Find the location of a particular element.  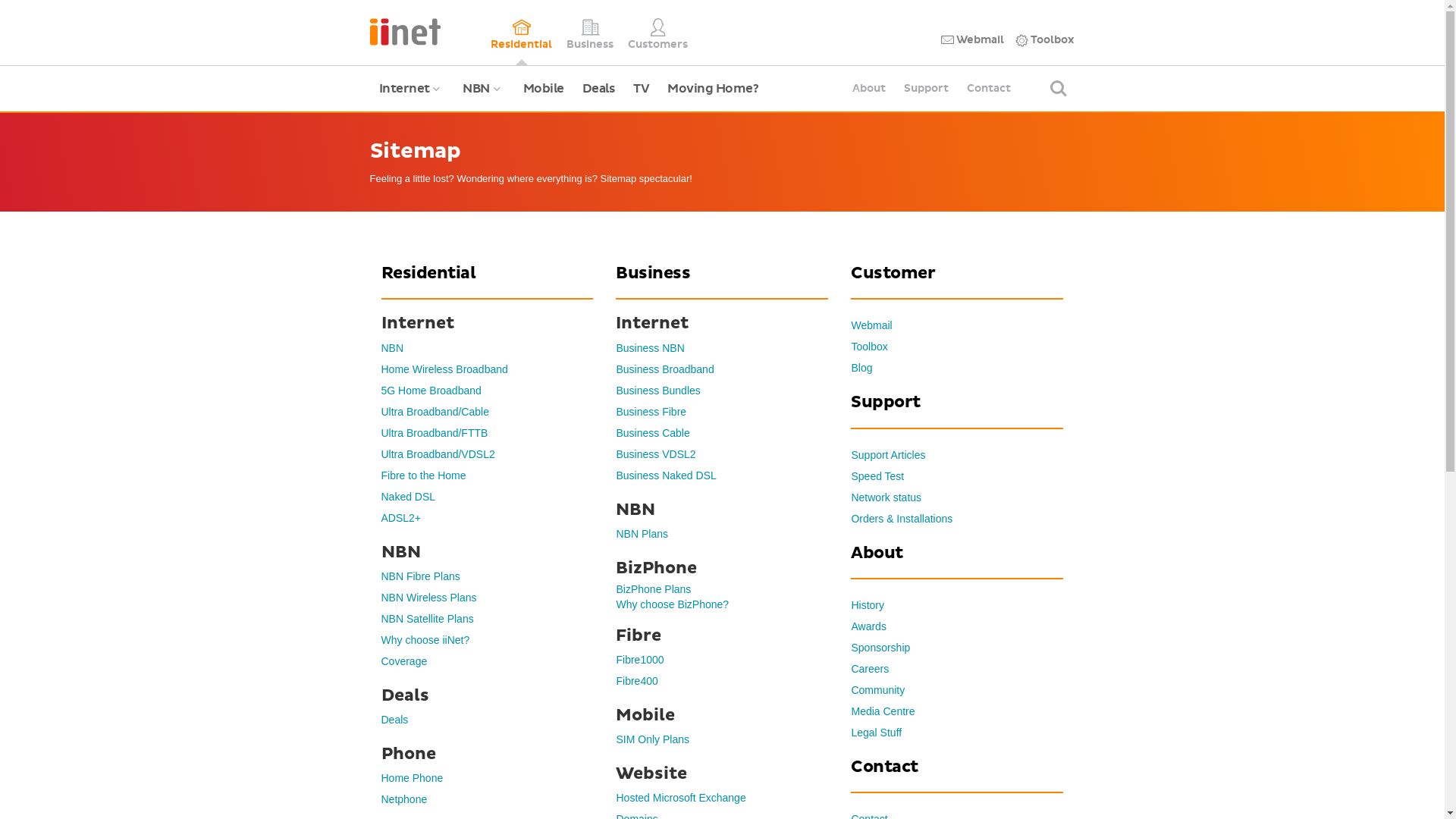

'Why choose BizPhone?' is located at coordinates (615, 604).